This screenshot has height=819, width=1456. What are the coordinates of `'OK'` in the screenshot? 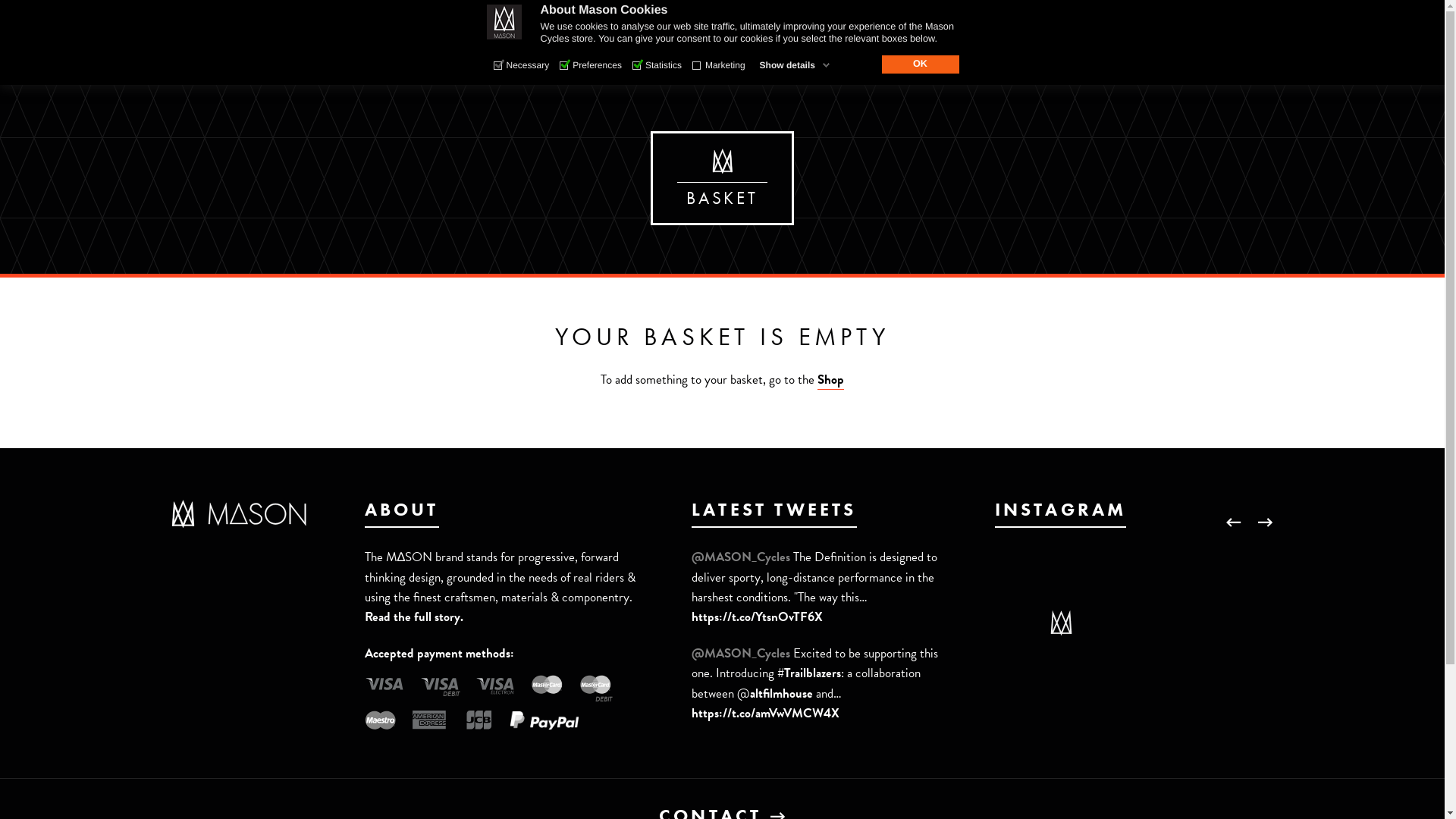 It's located at (919, 63).